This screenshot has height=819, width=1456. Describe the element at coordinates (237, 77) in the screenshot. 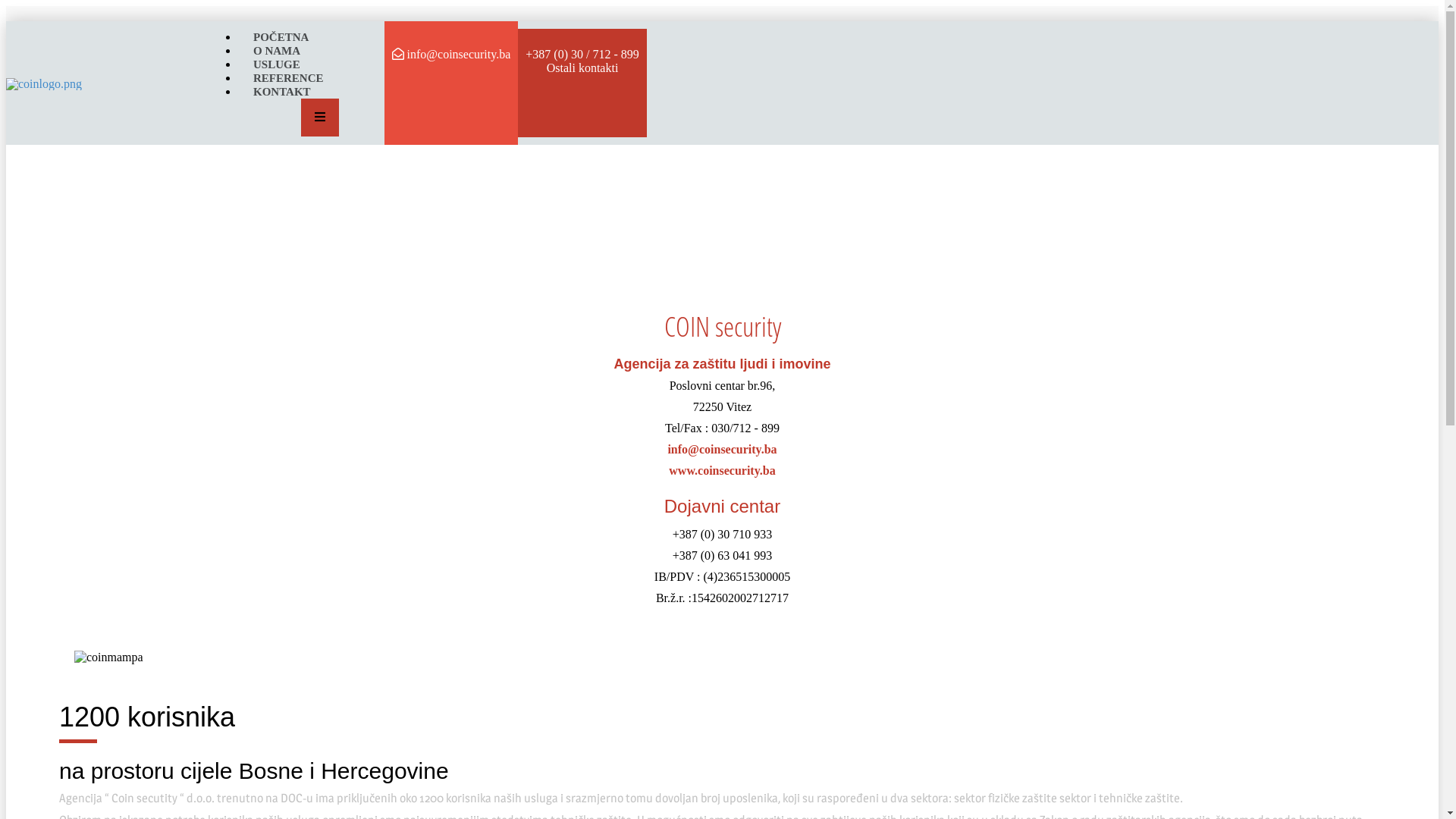

I see `'REFERENCE'` at that location.